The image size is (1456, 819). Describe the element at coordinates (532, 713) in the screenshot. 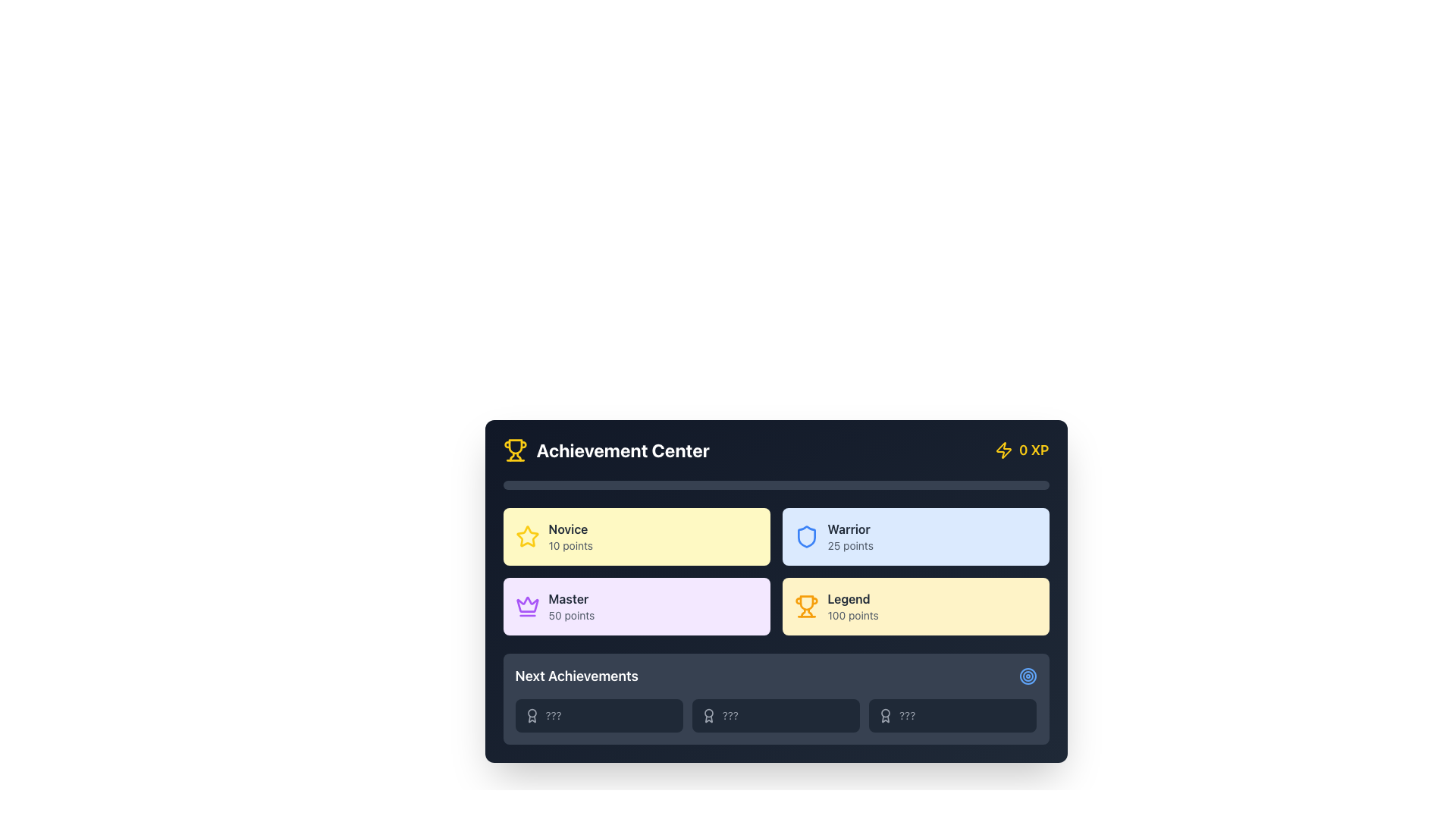

I see `the circular shape within the award icon, which is centrally positioned and characterized by a minimalistic design in gray` at that location.